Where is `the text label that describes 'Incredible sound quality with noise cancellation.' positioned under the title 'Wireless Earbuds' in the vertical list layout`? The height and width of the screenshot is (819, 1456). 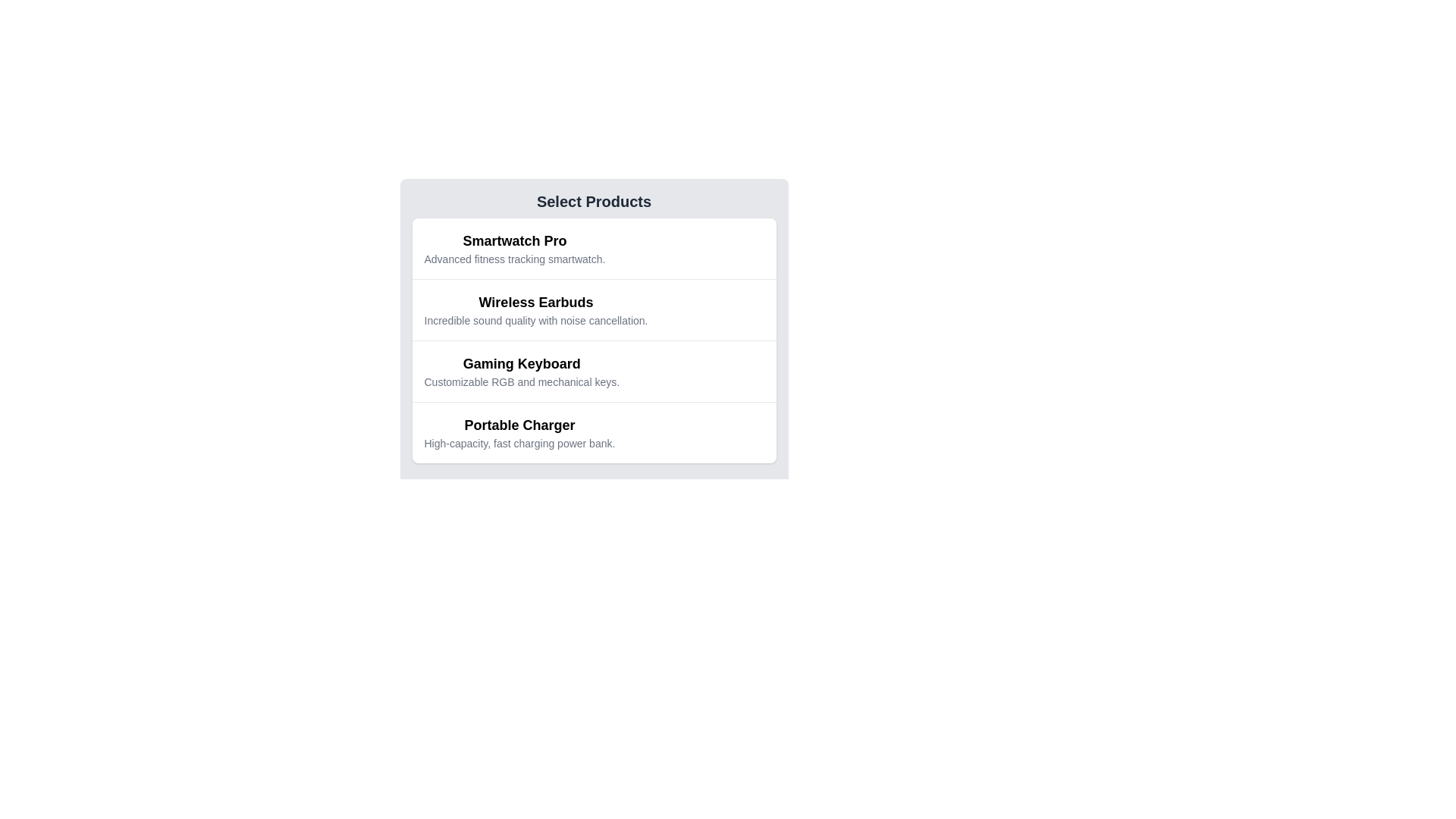 the text label that describes 'Incredible sound quality with noise cancellation.' positioned under the title 'Wireless Earbuds' in the vertical list layout is located at coordinates (535, 320).